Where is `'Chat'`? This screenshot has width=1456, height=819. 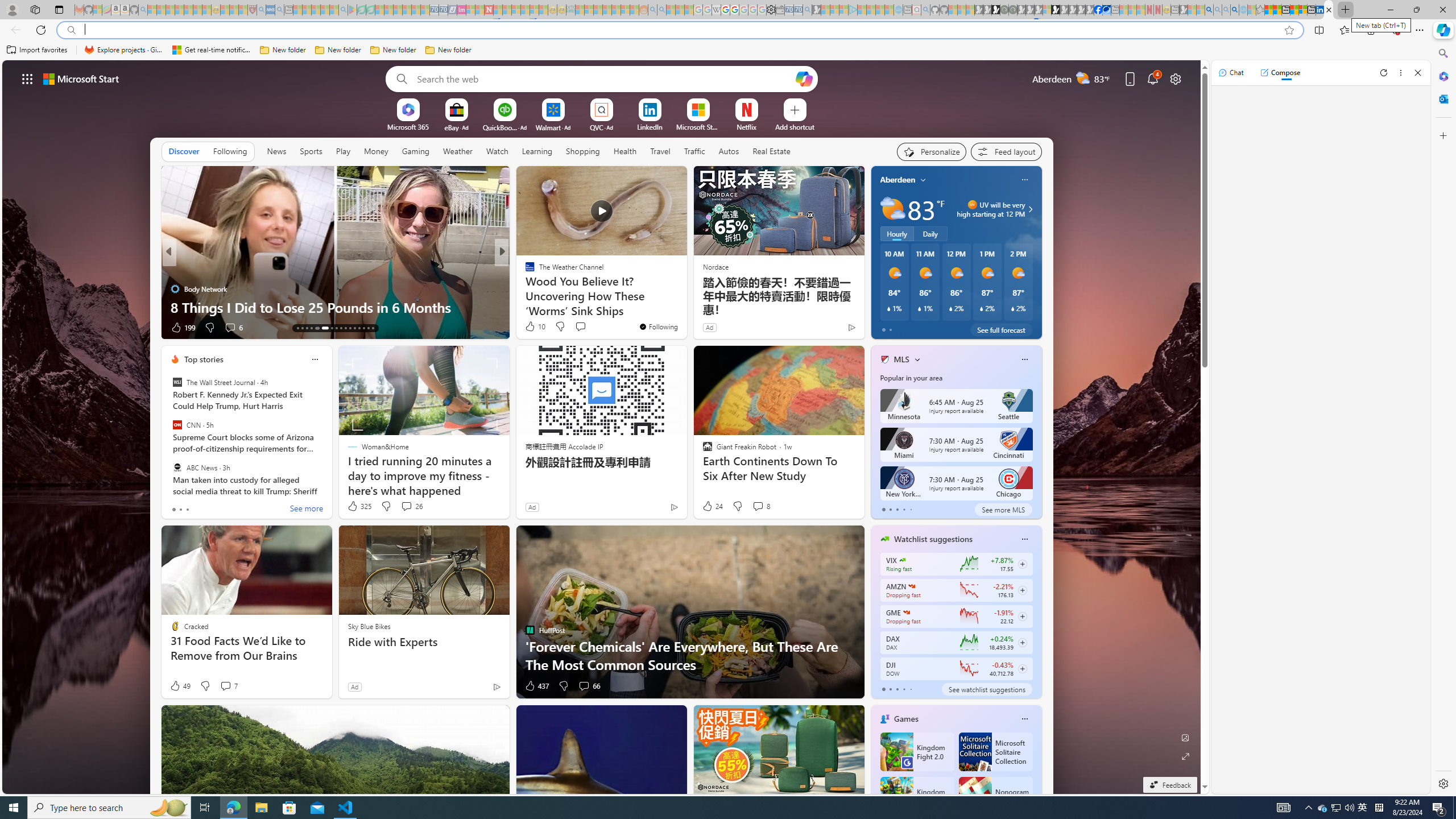
'Chat' is located at coordinates (1231, 72).